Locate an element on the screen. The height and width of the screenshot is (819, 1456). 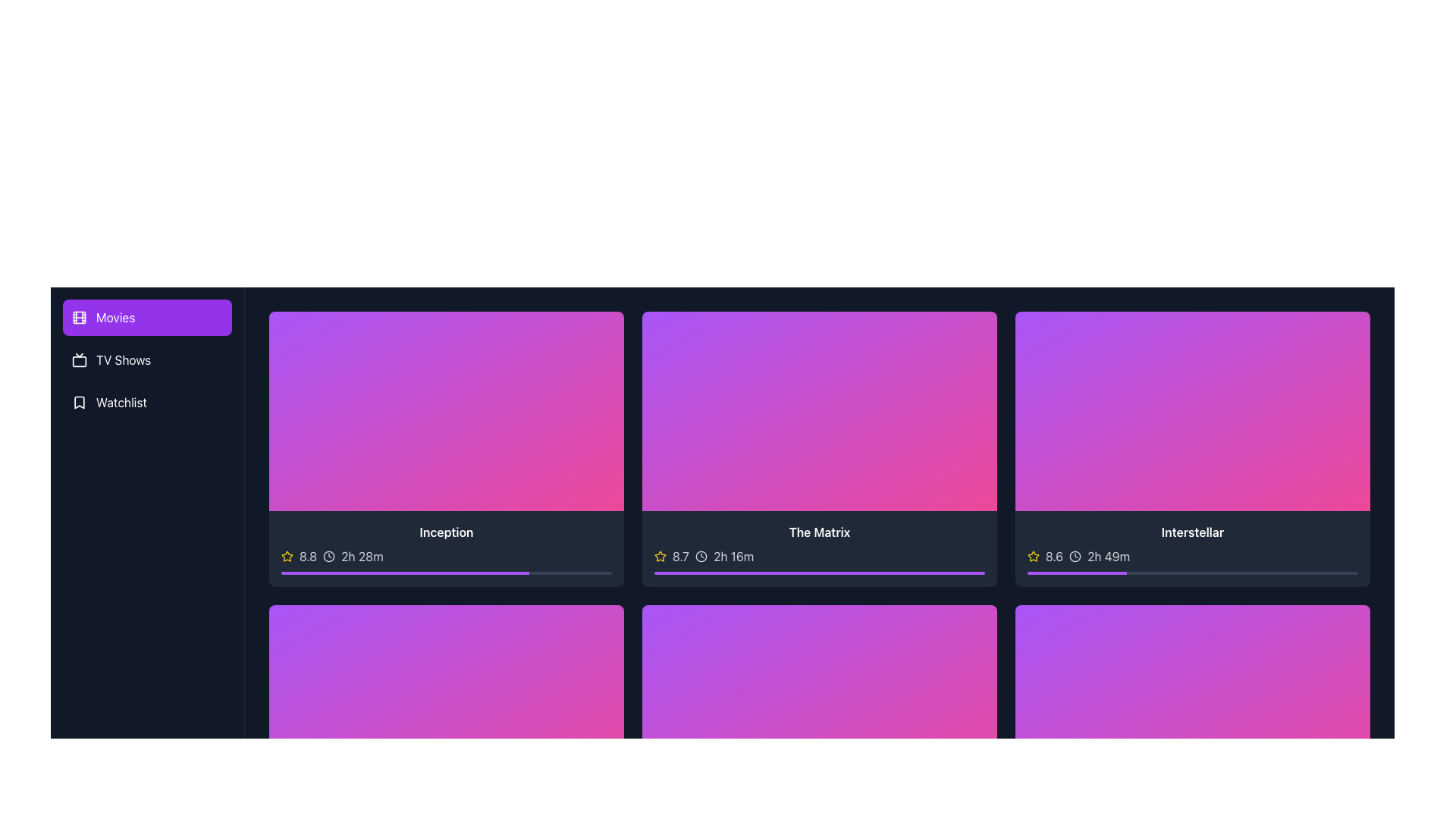
the text label displaying '2h 49m' styled in light gray, which is positioned beneath the thumbnail image of the movie 'Interstellar'. This label is the third element in a horizontal layout, following a clock icon and preceded by a yellow star icon and the text '8.6' is located at coordinates (1109, 557).